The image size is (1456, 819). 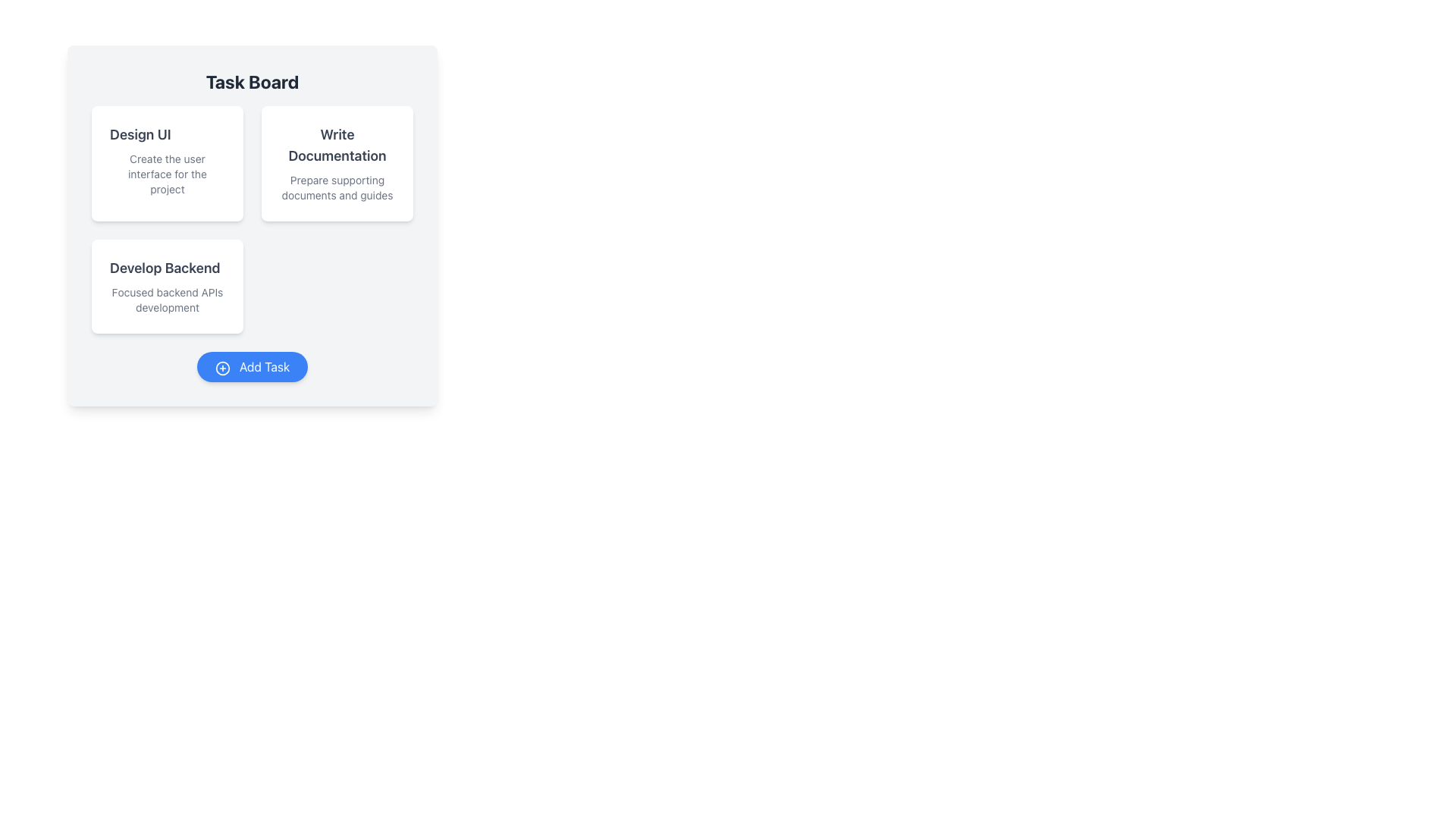 I want to click on the Text Label element containing the text 'Write Documentation', which is styled in a larger bold font and is located in the center card of the task board interface, so click(x=337, y=146).